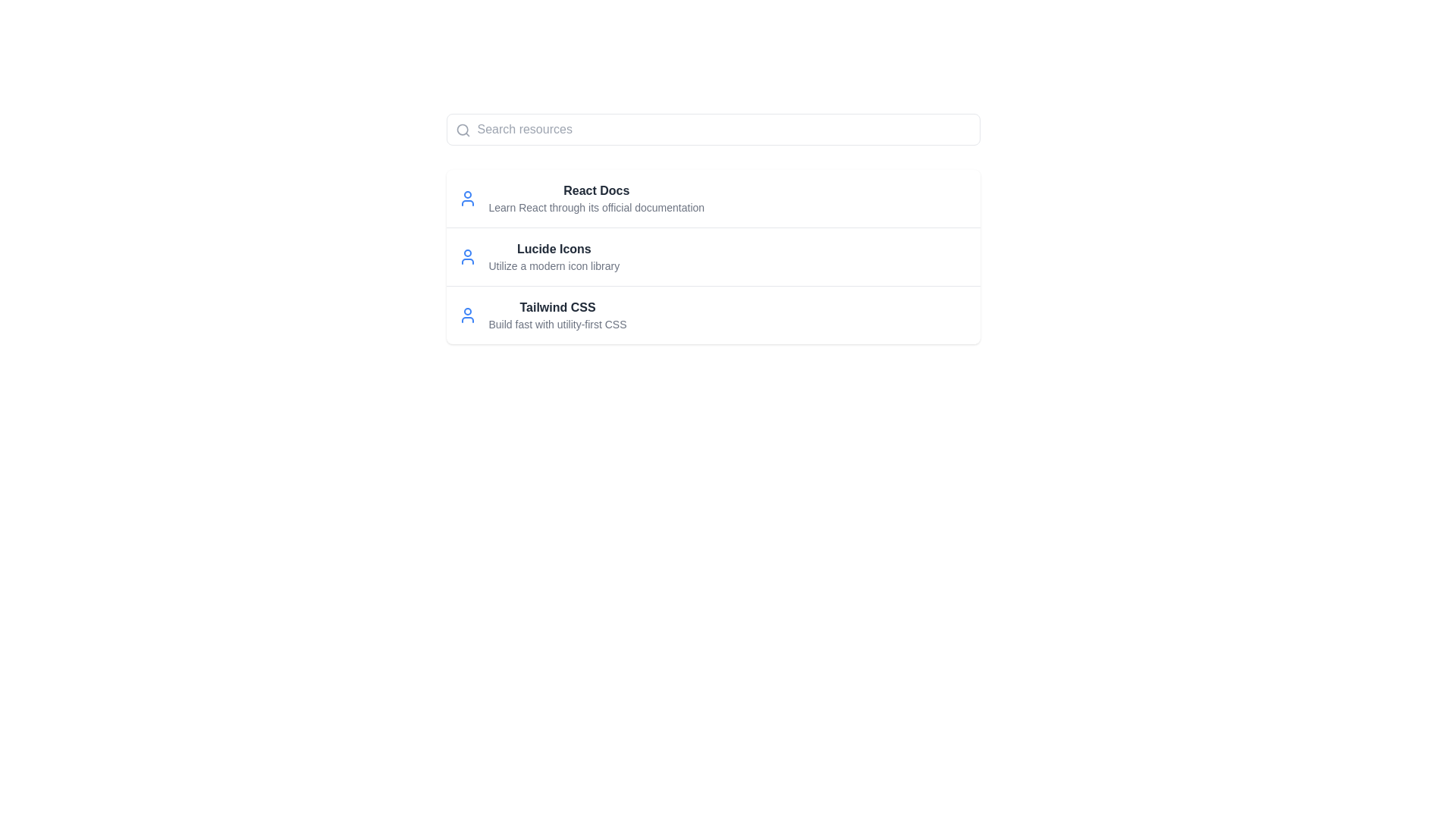  Describe the element at coordinates (553, 248) in the screenshot. I see `the Text Label element displaying 'Lucide Icons', which is bold and grayish-black, positioned centrally between 'React Docs' and 'Tailwind CSS'` at that location.